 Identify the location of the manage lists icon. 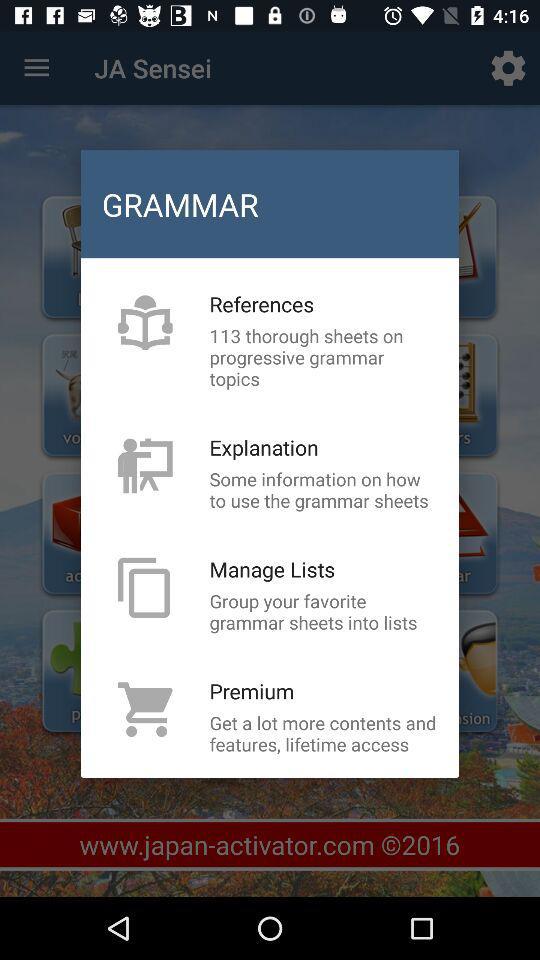
(271, 569).